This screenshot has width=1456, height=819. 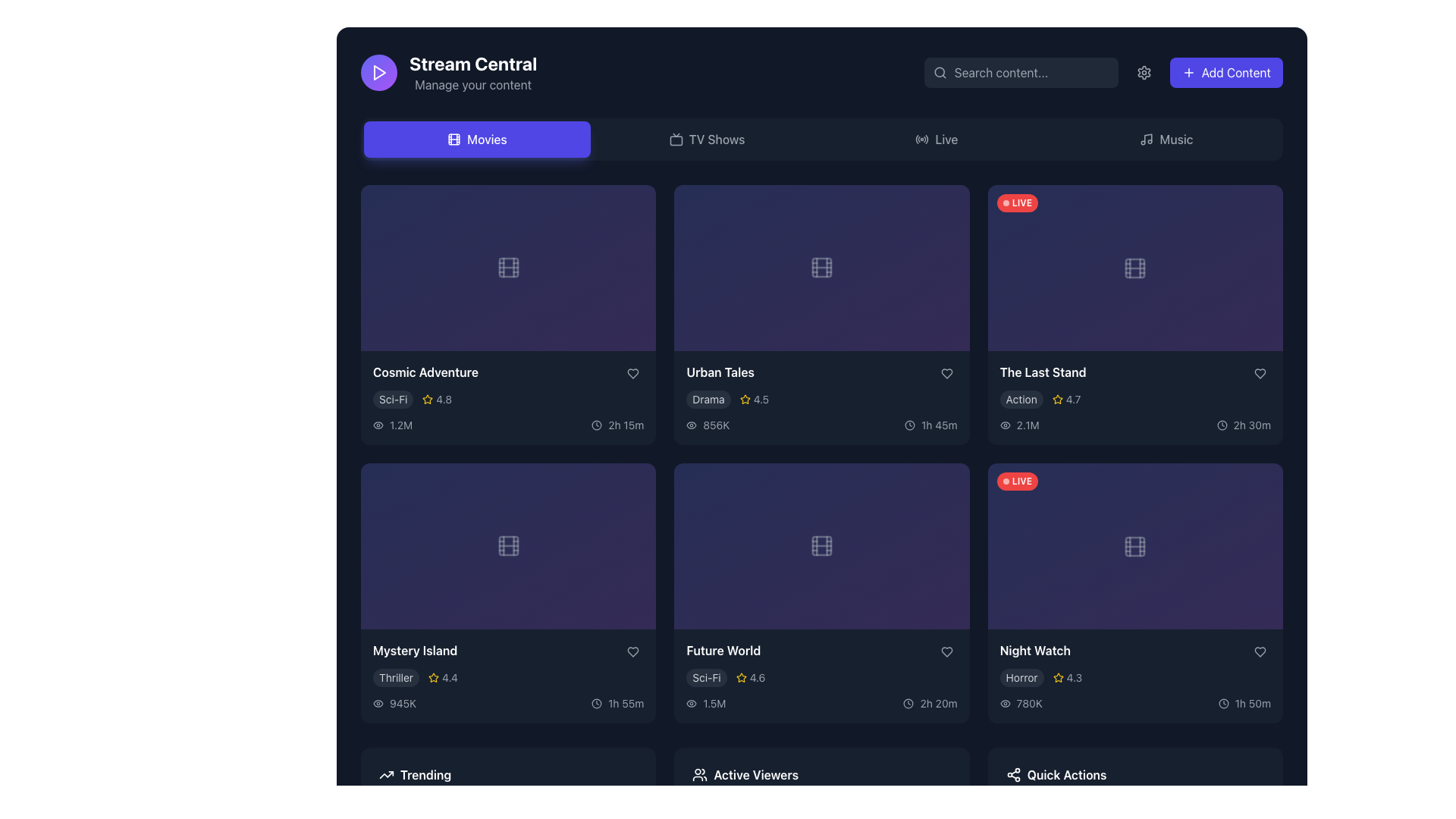 What do you see at coordinates (443, 398) in the screenshot?
I see `textual rating value '4.8' displayed next to the yellow star icon on the 'Cosmic Adventure' movie card in the first item of the first row of the movie listing grid` at bounding box center [443, 398].